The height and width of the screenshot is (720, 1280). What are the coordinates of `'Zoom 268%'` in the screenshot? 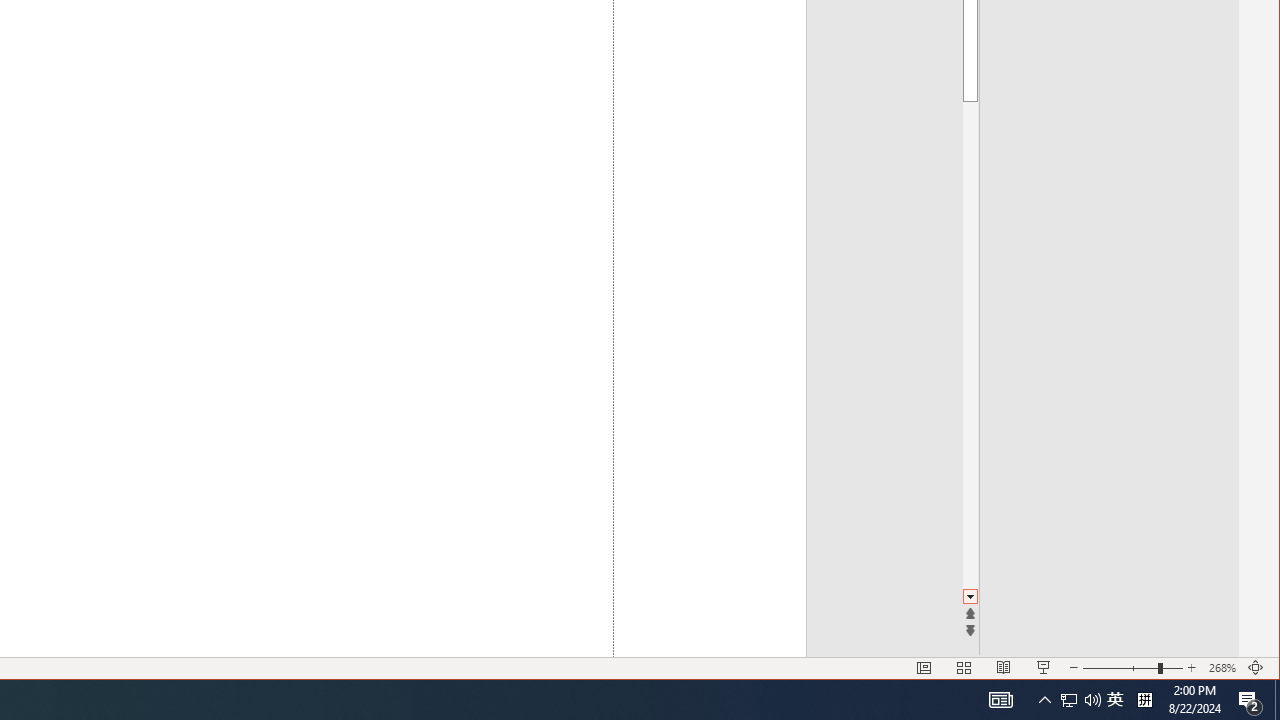 It's located at (1221, 668).